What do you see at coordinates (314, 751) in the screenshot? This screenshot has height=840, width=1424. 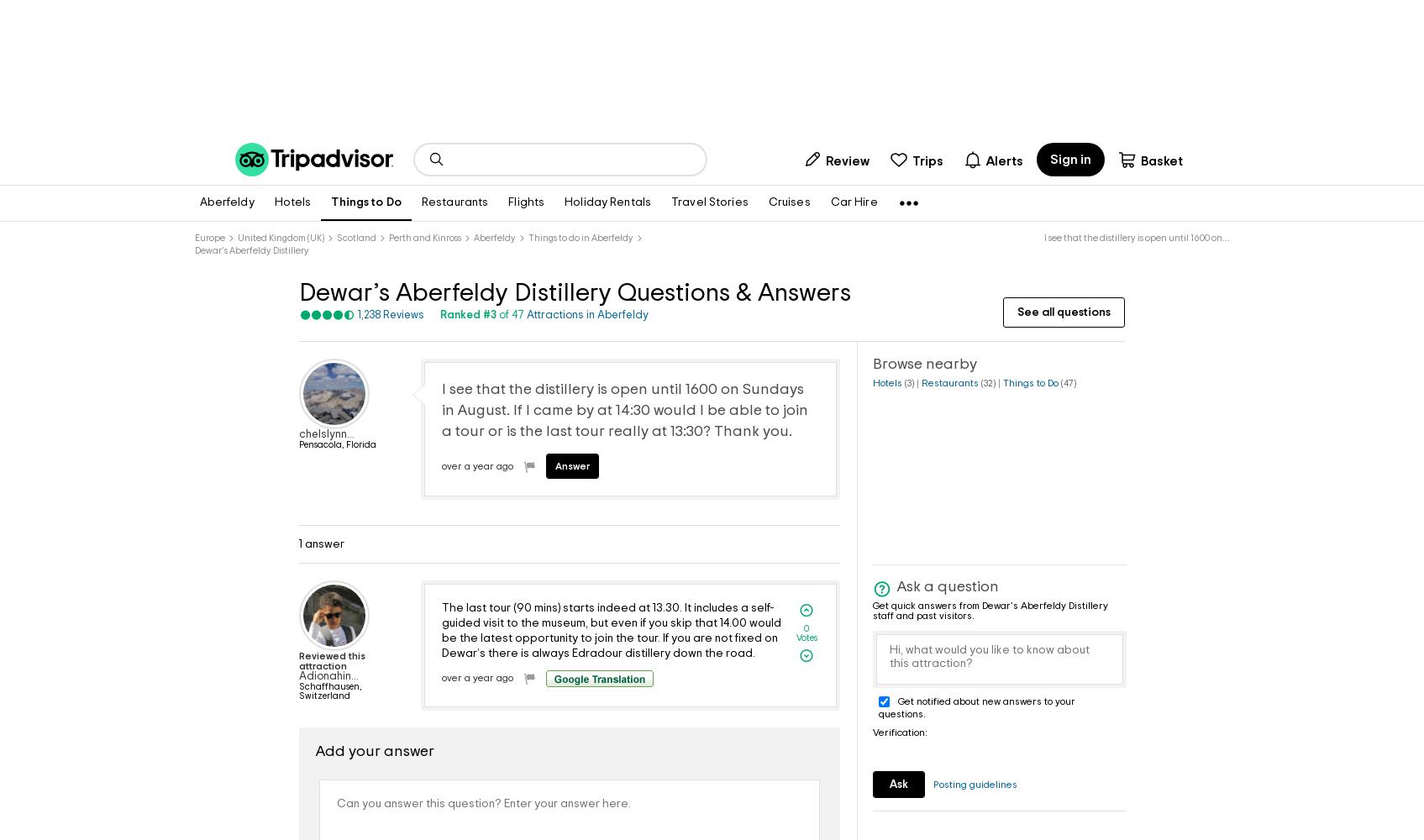 I see `'Add your answer'` at bounding box center [314, 751].